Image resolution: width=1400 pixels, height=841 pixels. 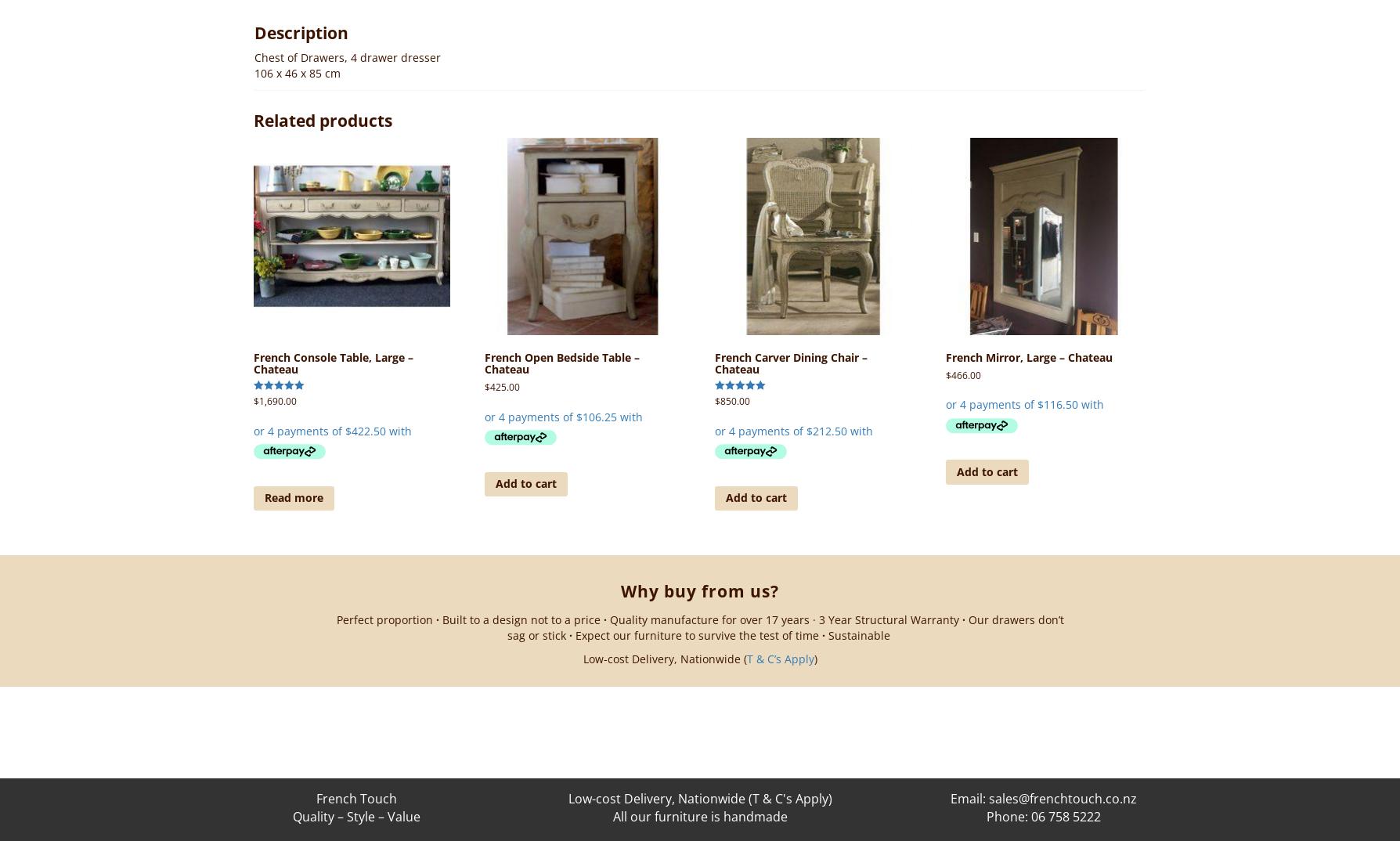 What do you see at coordinates (355, 815) in the screenshot?
I see `'Quality – Style – Value'` at bounding box center [355, 815].